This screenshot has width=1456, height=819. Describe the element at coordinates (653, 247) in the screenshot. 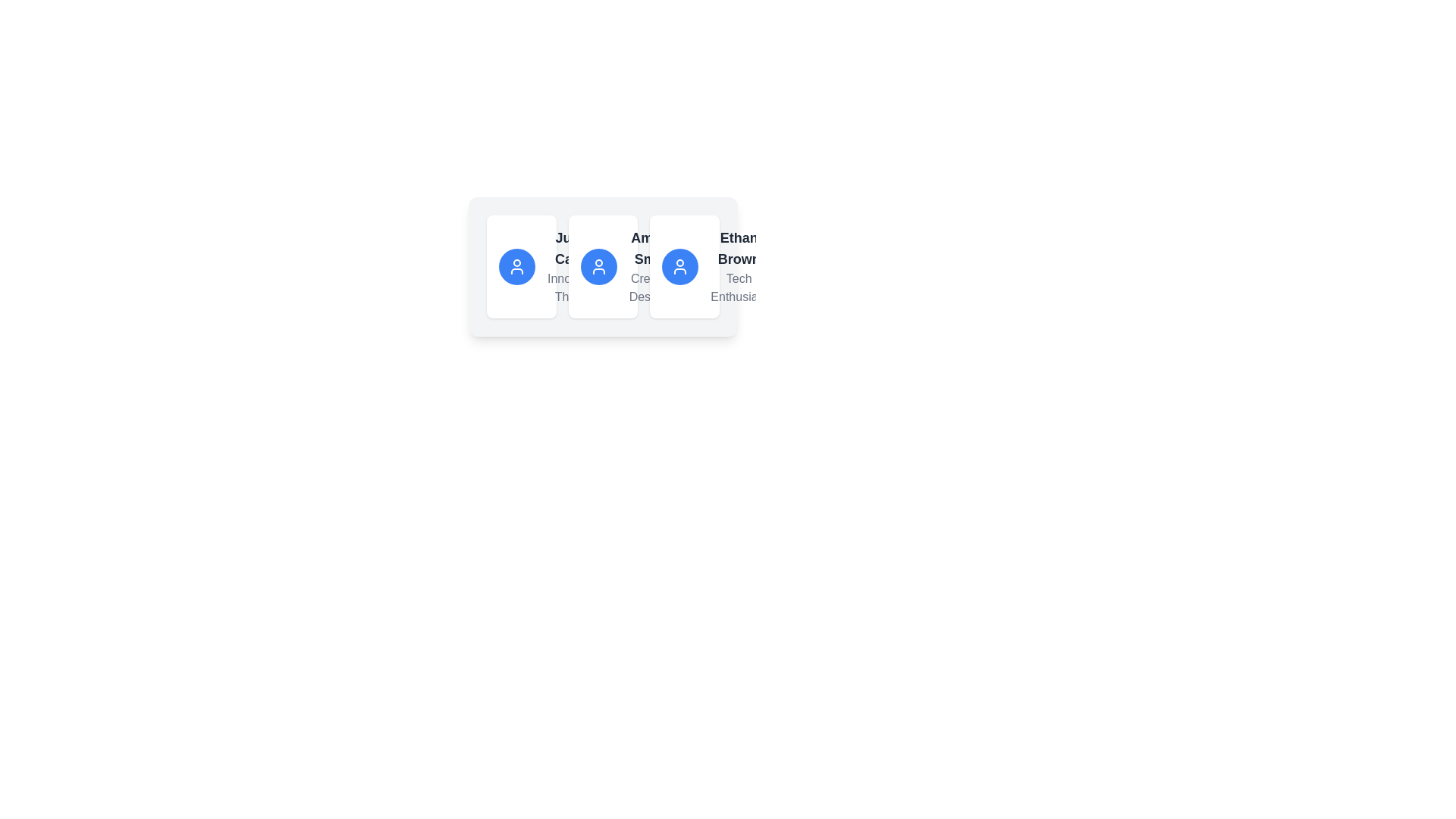

I see `text label that identifies the person as 'Amelia Smith', located at the top of the second card from the left in the layout` at that location.